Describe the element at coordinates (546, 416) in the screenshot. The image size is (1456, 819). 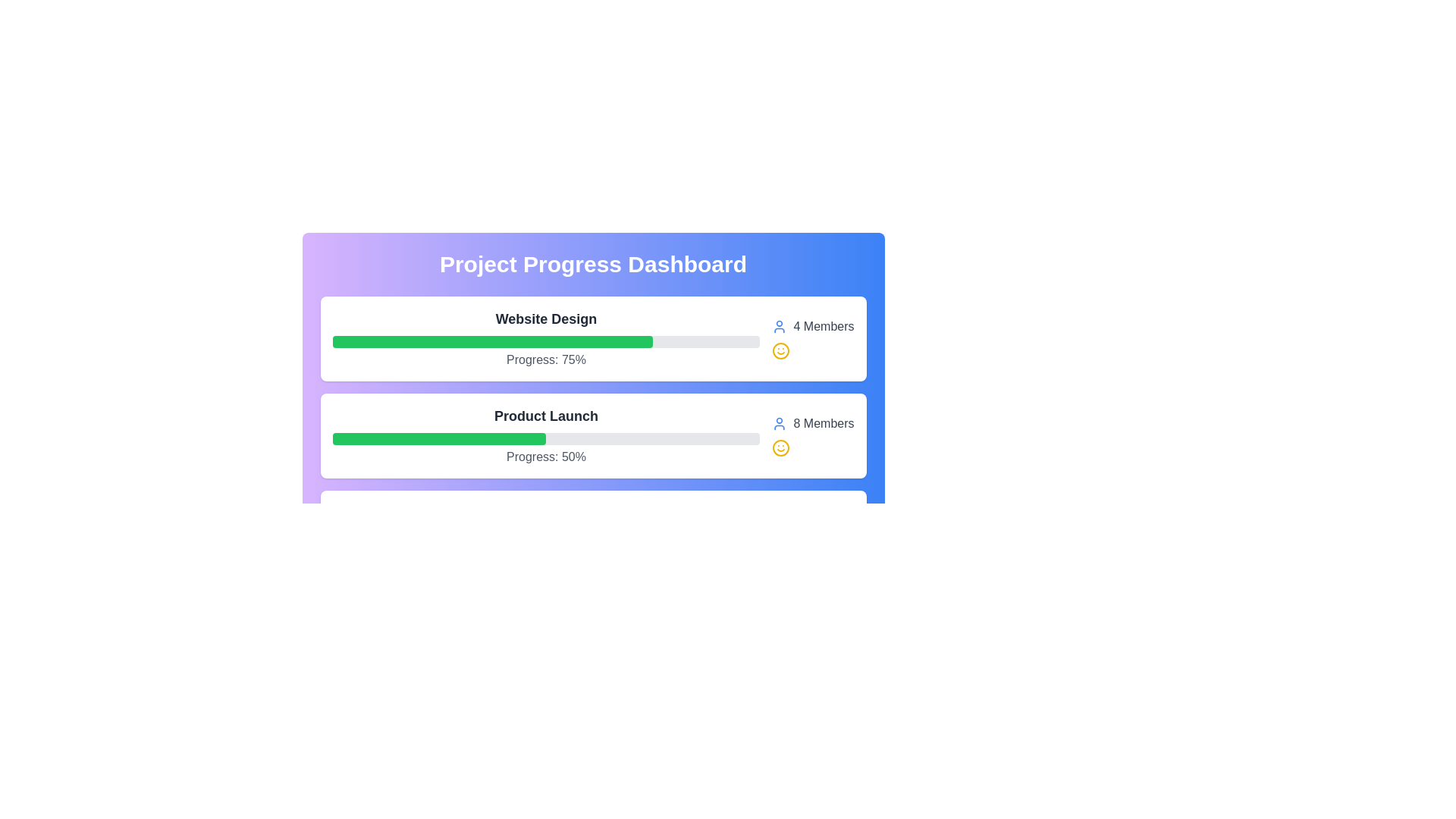
I see `the Text Label that serves as a title or label for the related progress section, which is located just above the horizontal progress bar within the 'Project Progress Dashboard' layout` at that location.